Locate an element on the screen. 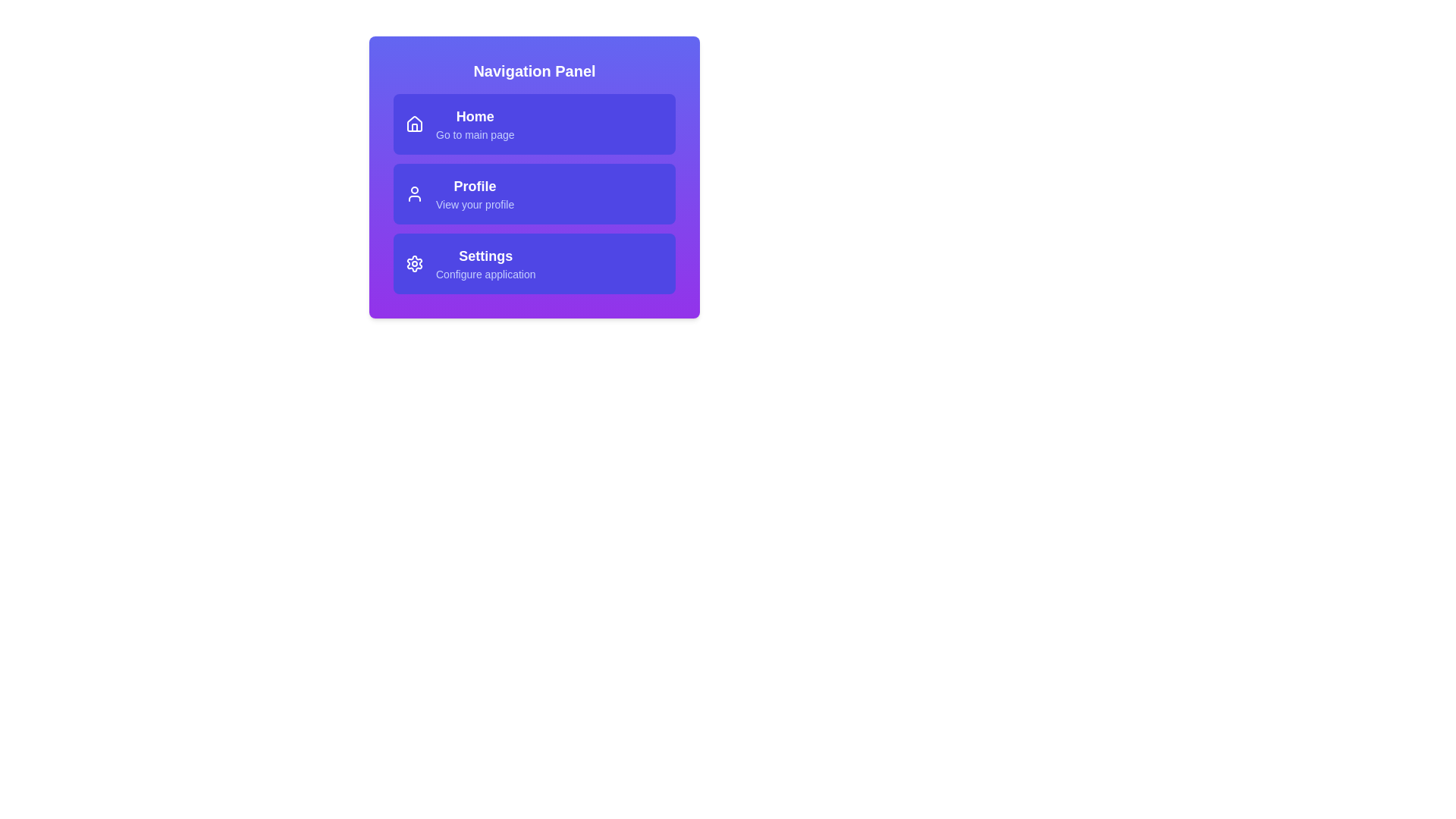 The width and height of the screenshot is (1456, 819). the 'Home' navigation item is located at coordinates (535, 124).